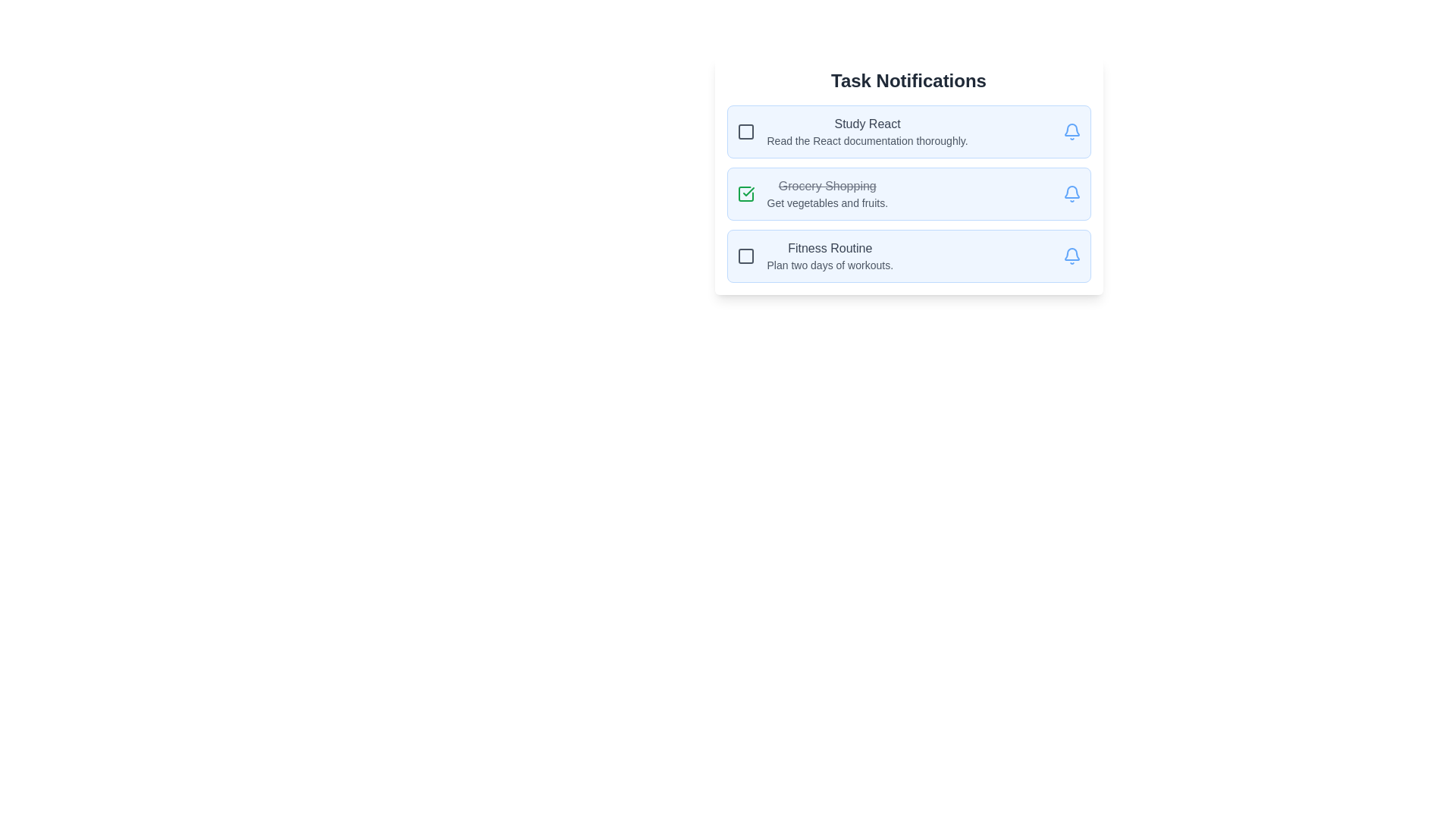 The image size is (1456, 819). Describe the element at coordinates (908, 256) in the screenshot. I see `the 'Fitness Routine' task item in the to-do list` at that location.